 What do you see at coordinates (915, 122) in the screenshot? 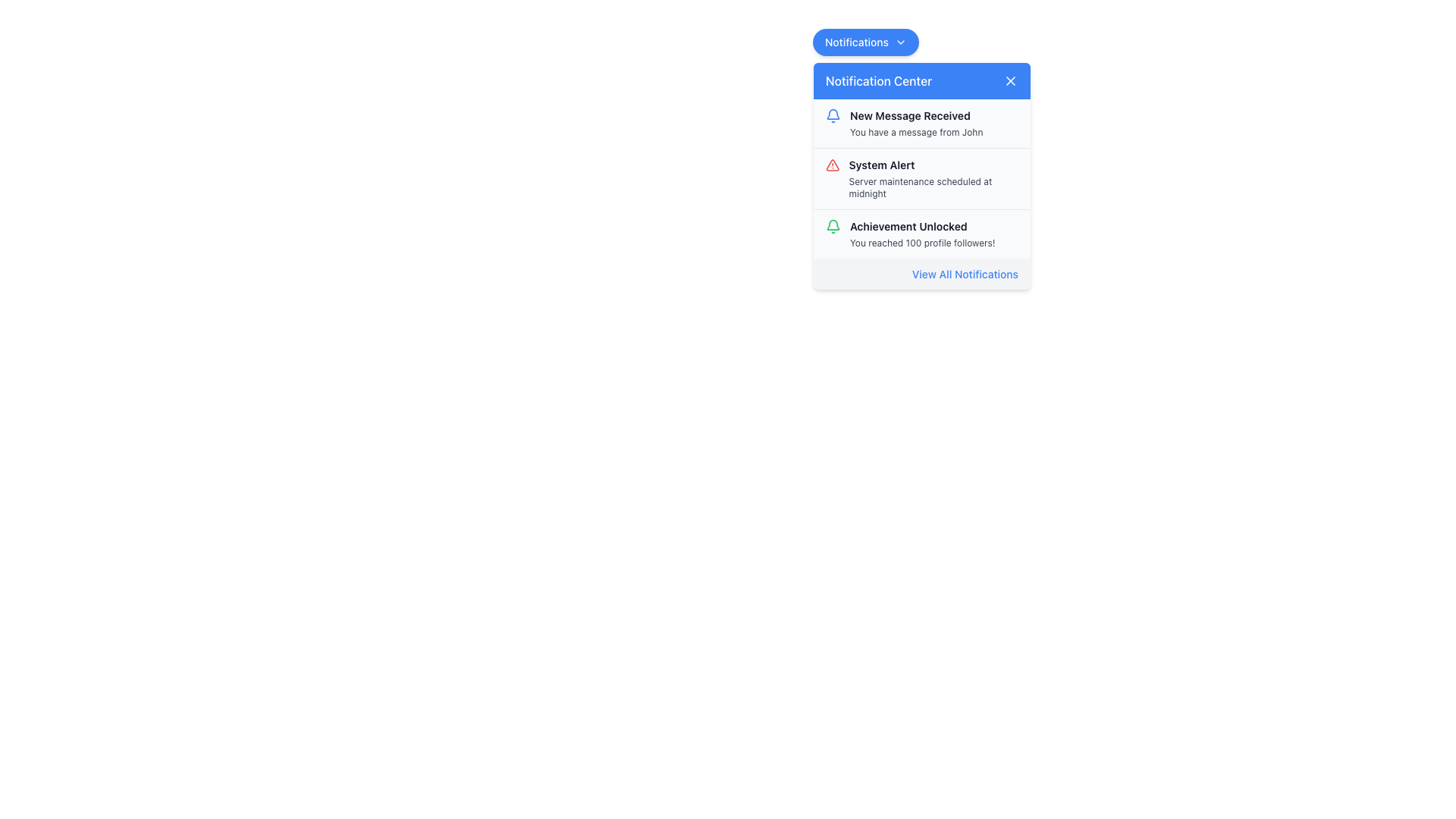
I see `the first notification in the Notification Center that reads 'New Message Received'` at bounding box center [915, 122].